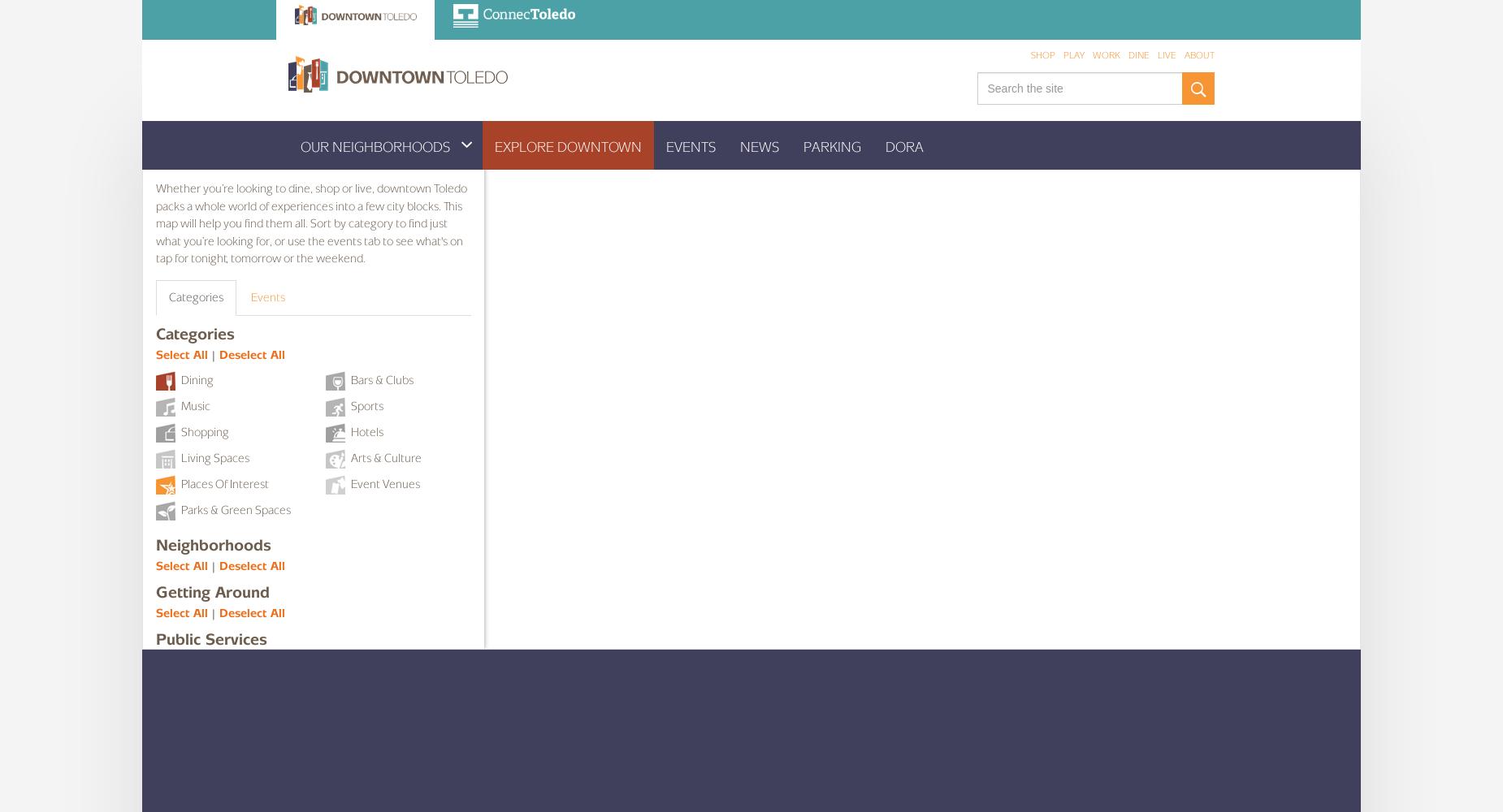  I want to click on 'Venue Title', so click(1442, 386).